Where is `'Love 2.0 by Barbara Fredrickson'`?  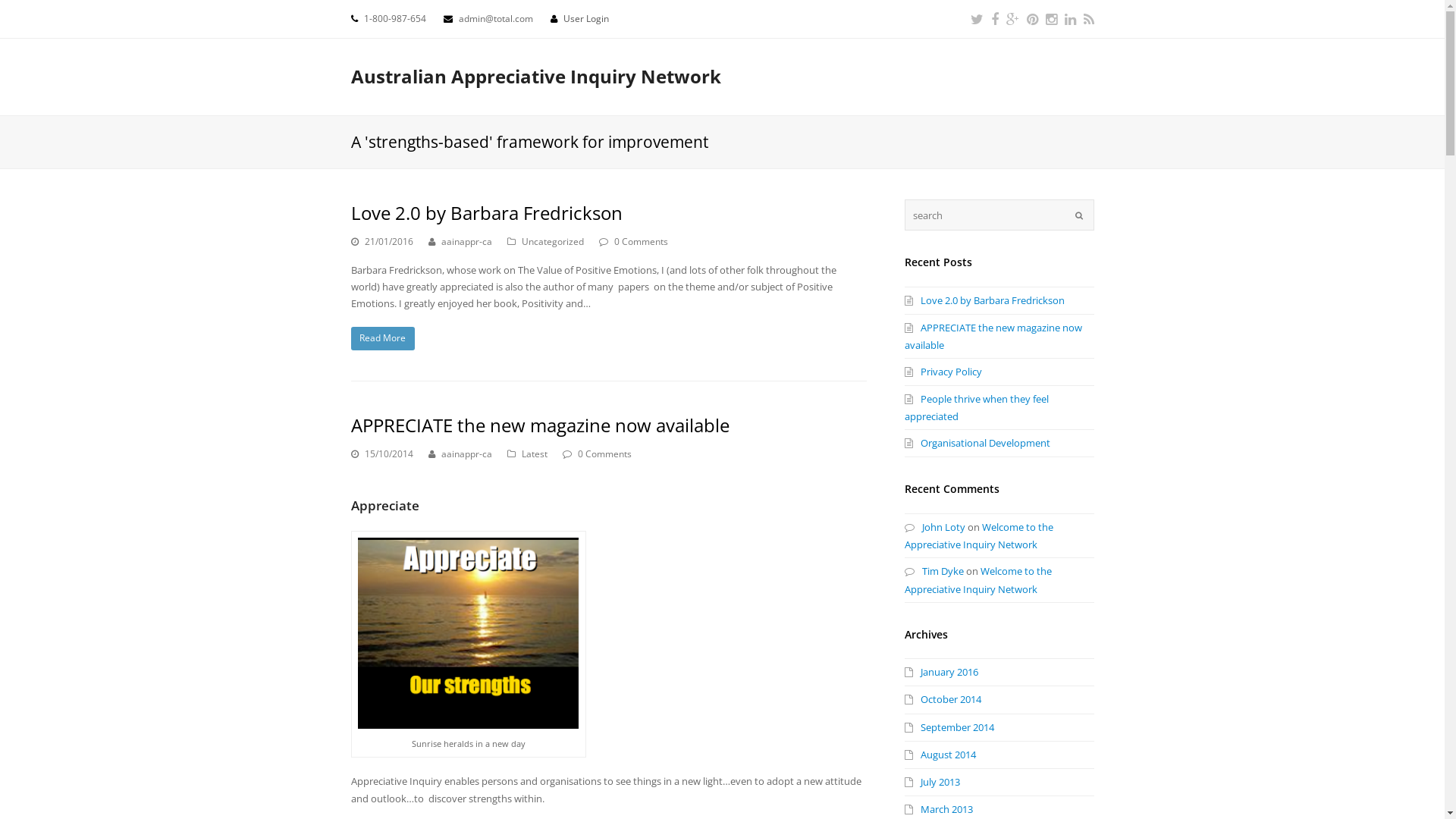
'Love 2.0 by Barbara Fredrickson' is located at coordinates (984, 300).